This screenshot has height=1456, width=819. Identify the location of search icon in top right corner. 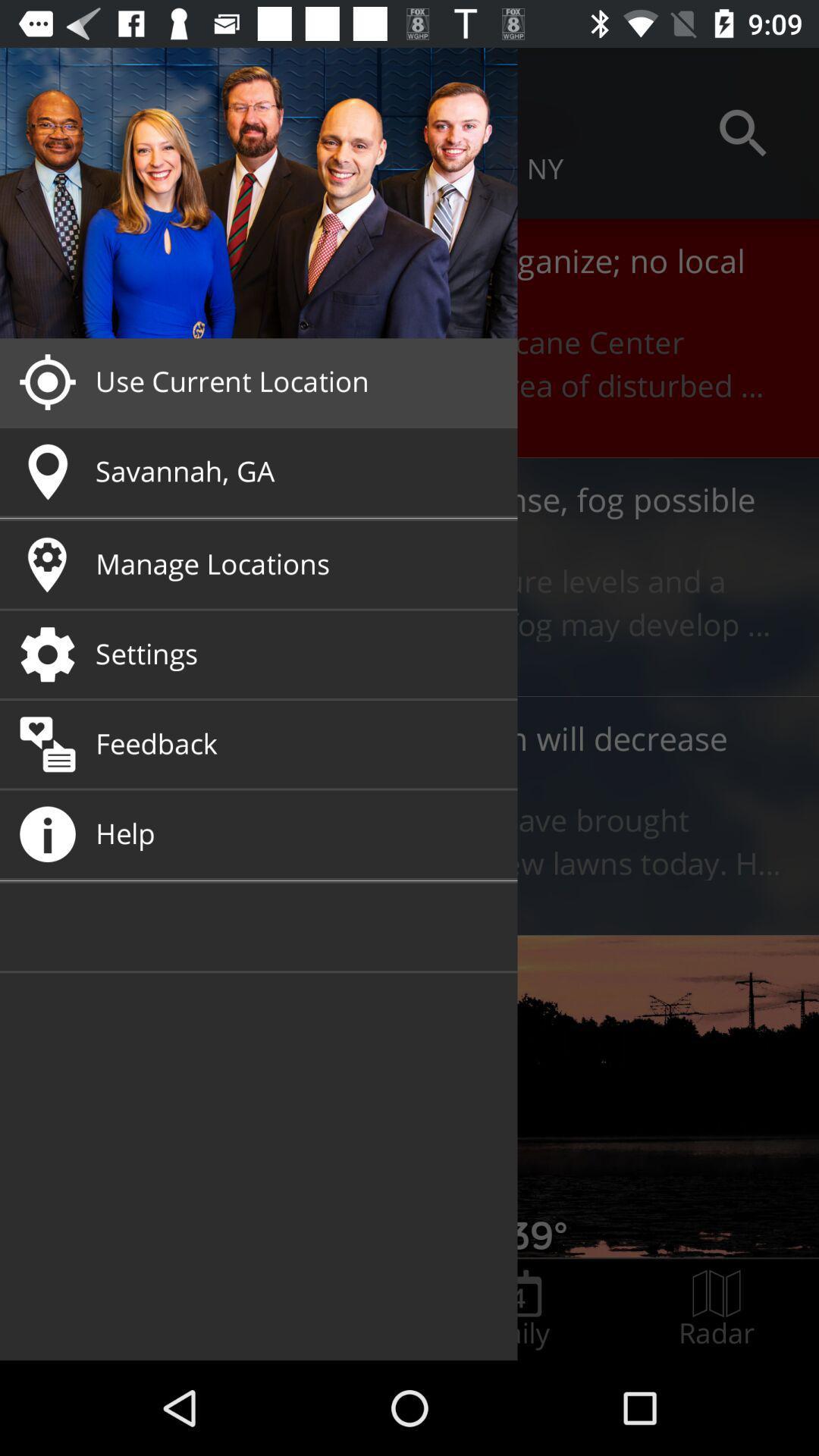
(742, 133).